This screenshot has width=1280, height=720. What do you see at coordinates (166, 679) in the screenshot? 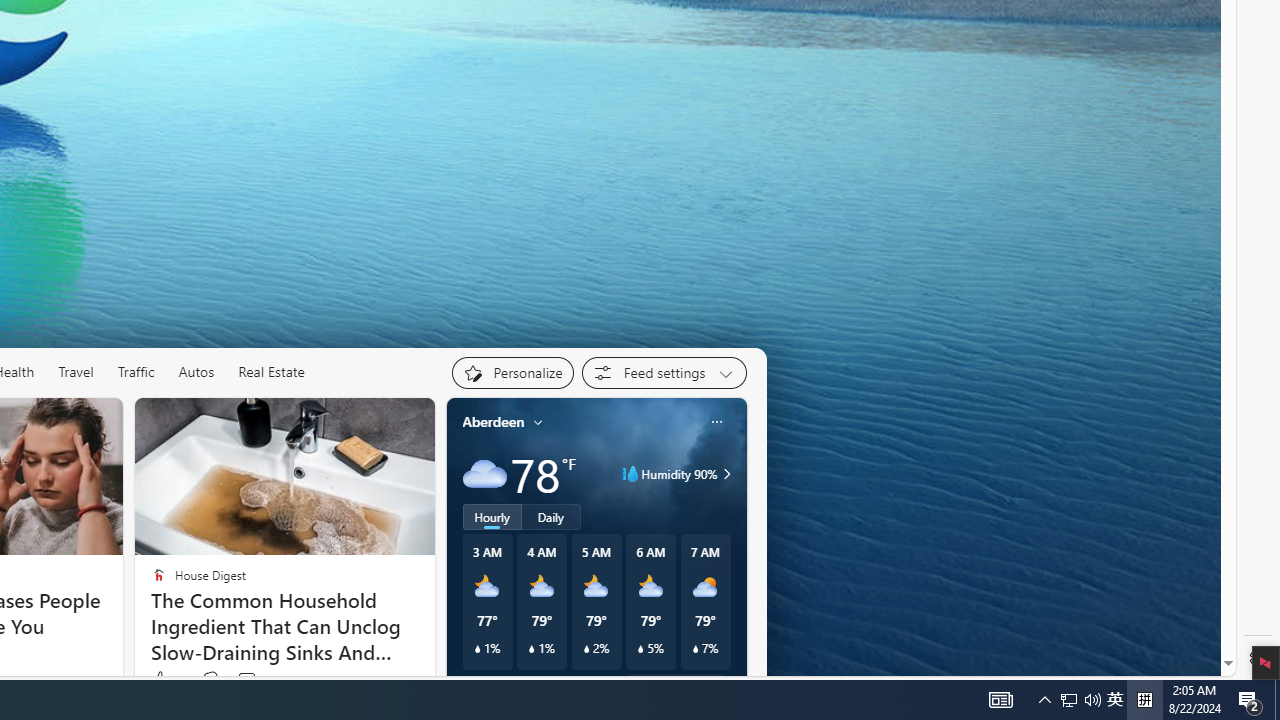
I see `'2k Like'` at bounding box center [166, 679].